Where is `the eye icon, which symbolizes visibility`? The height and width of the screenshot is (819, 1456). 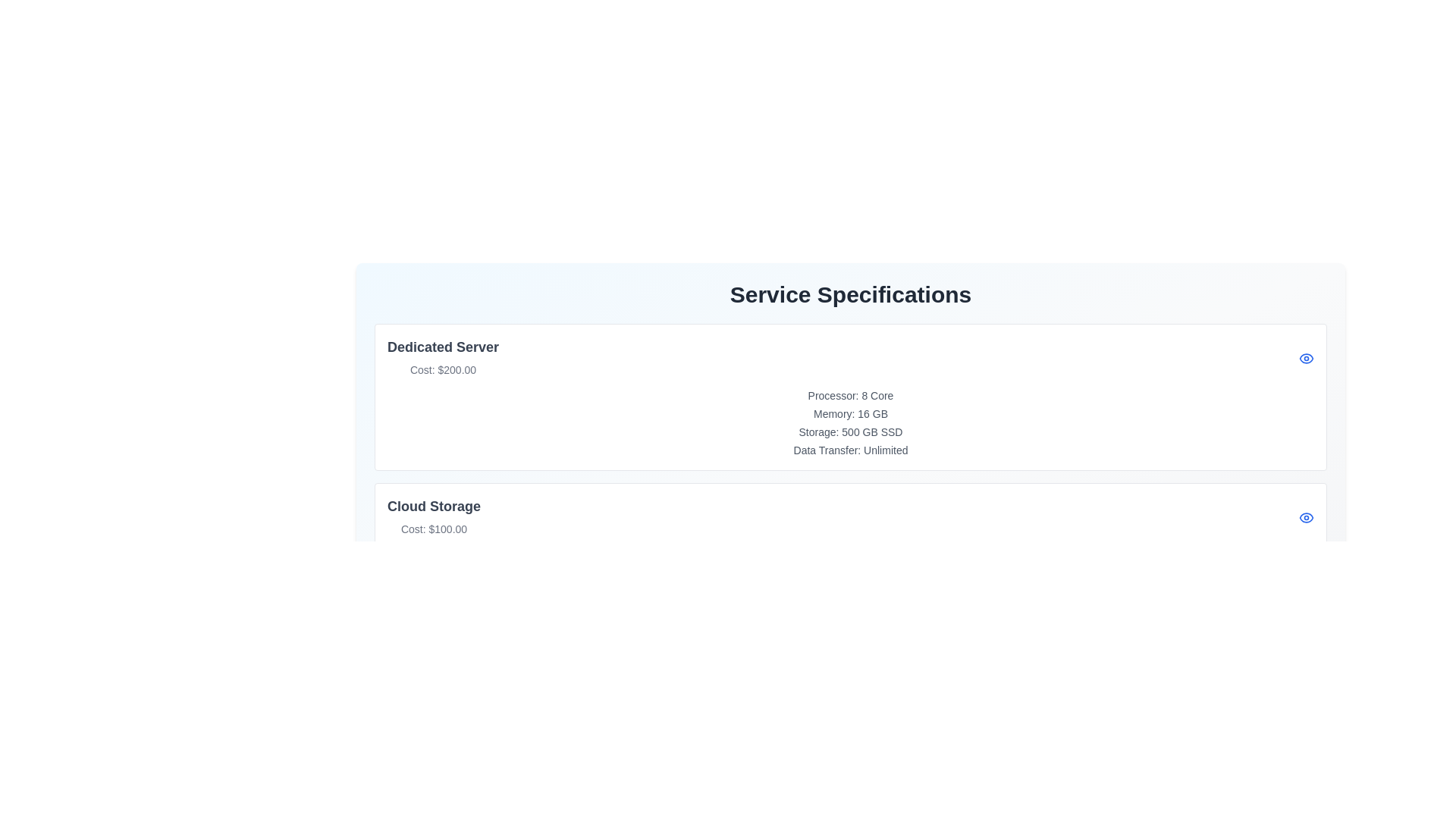 the eye icon, which symbolizes visibility is located at coordinates (1306, 516).